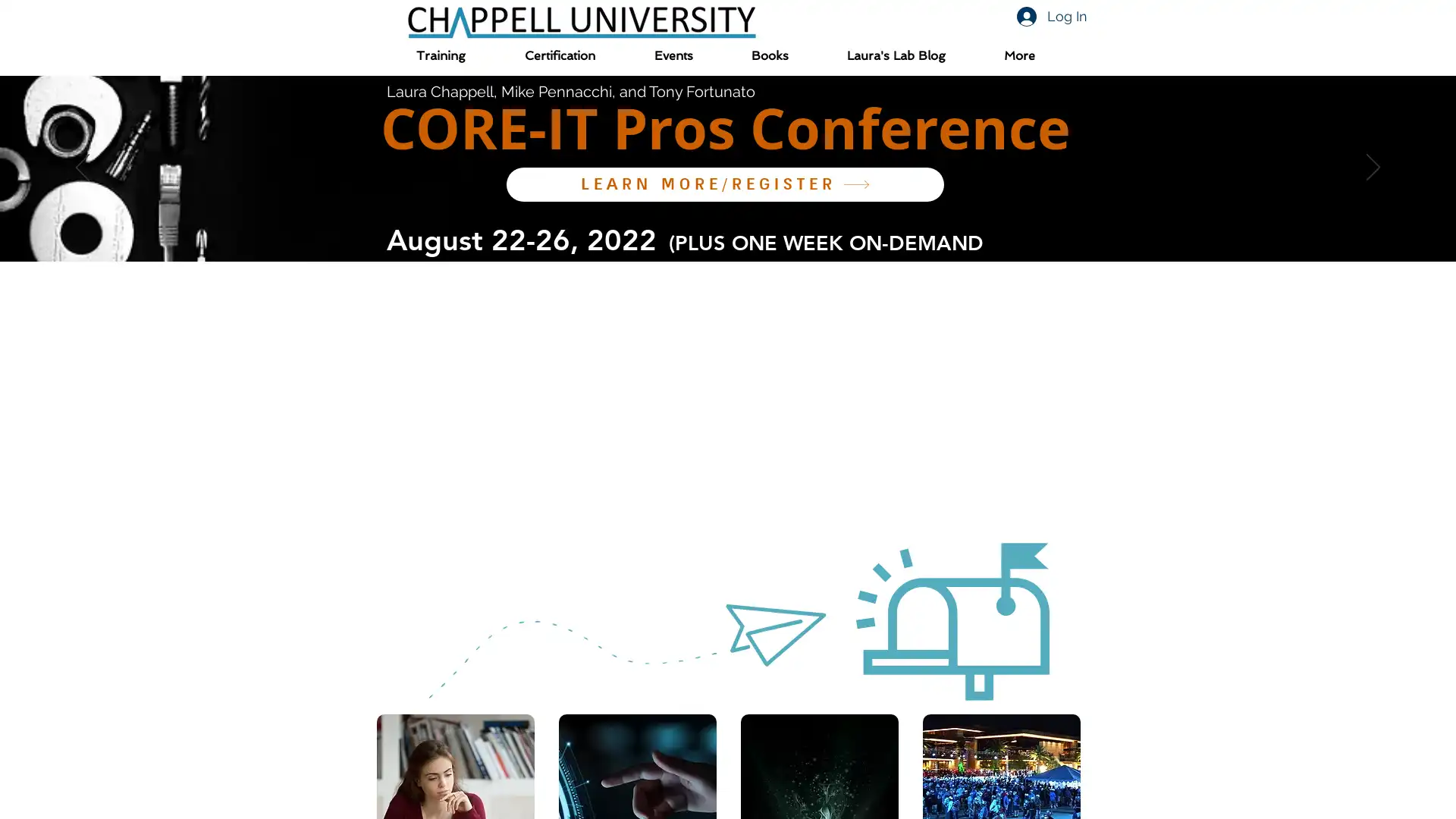 This screenshot has height=819, width=1456. What do you see at coordinates (1373, 168) in the screenshot?
I see `Next` at bounding box center [1373, 168].